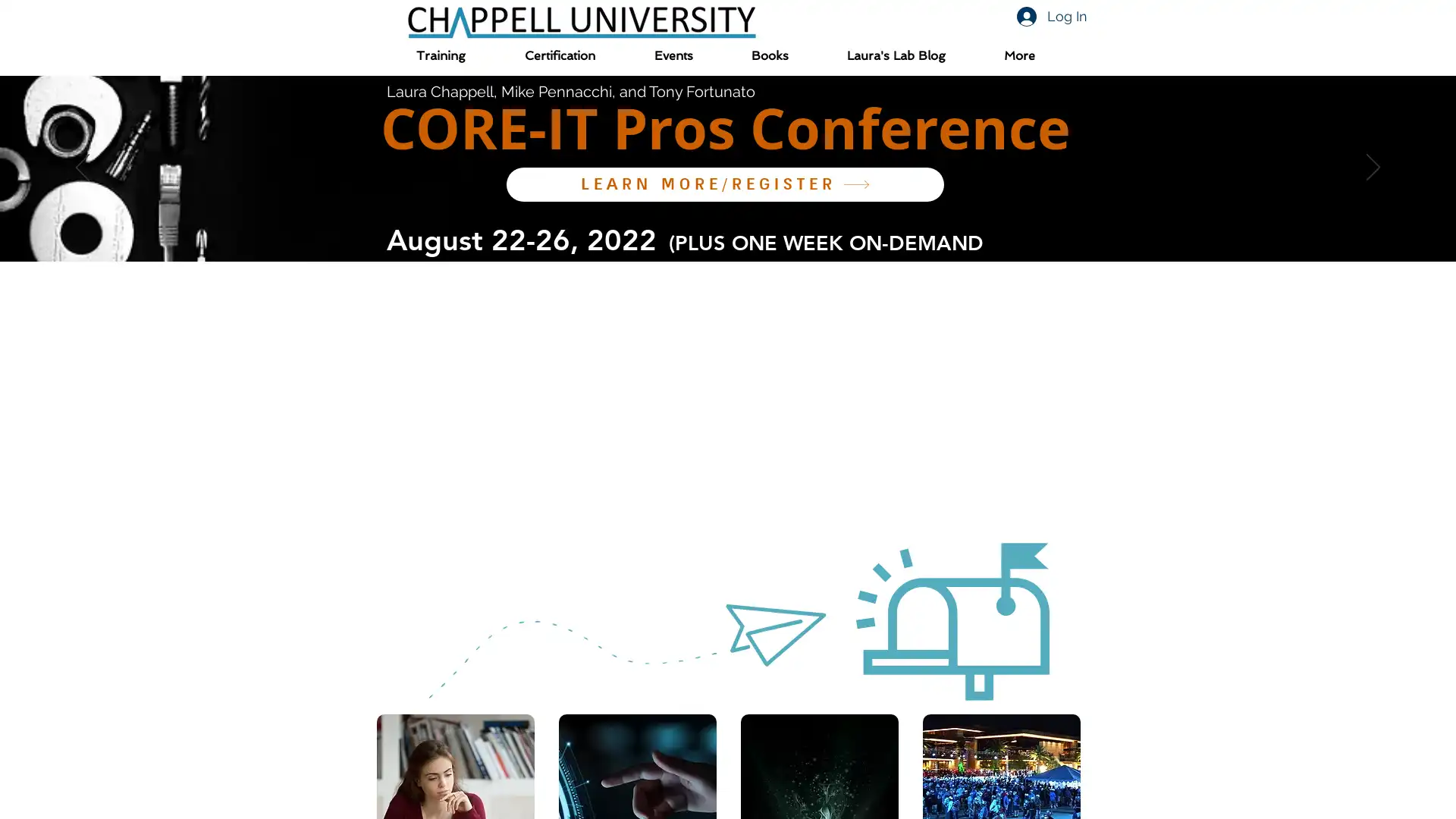 This screenshot has height=819, width=1456. What do you see at coordinates (1373, 168) in the screenshot?
I see `Next` at bounding box center [1373, 168].